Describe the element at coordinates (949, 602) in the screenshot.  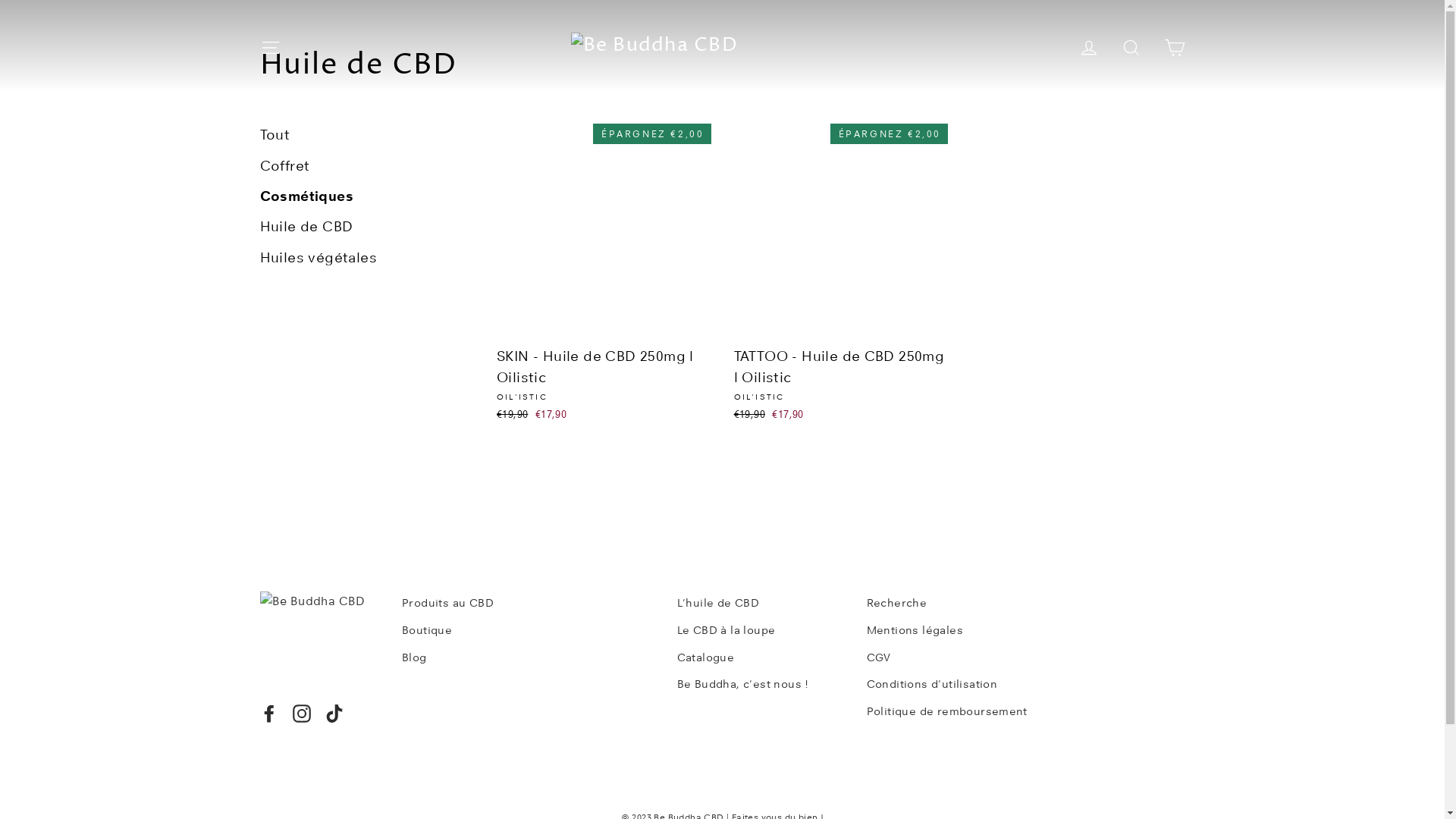
I see `'Recherche'` at that location.